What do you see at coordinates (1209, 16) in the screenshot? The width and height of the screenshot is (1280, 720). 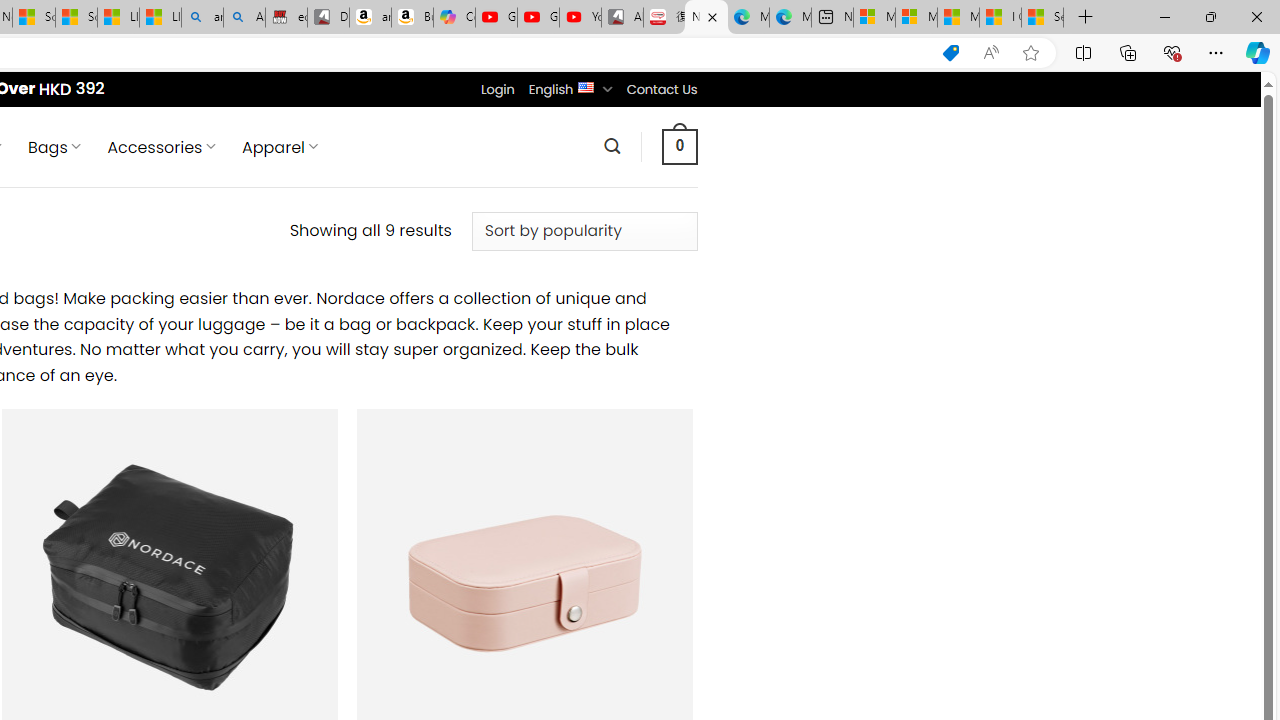 I see `'Restore'` at bounding box center [1209, 16].